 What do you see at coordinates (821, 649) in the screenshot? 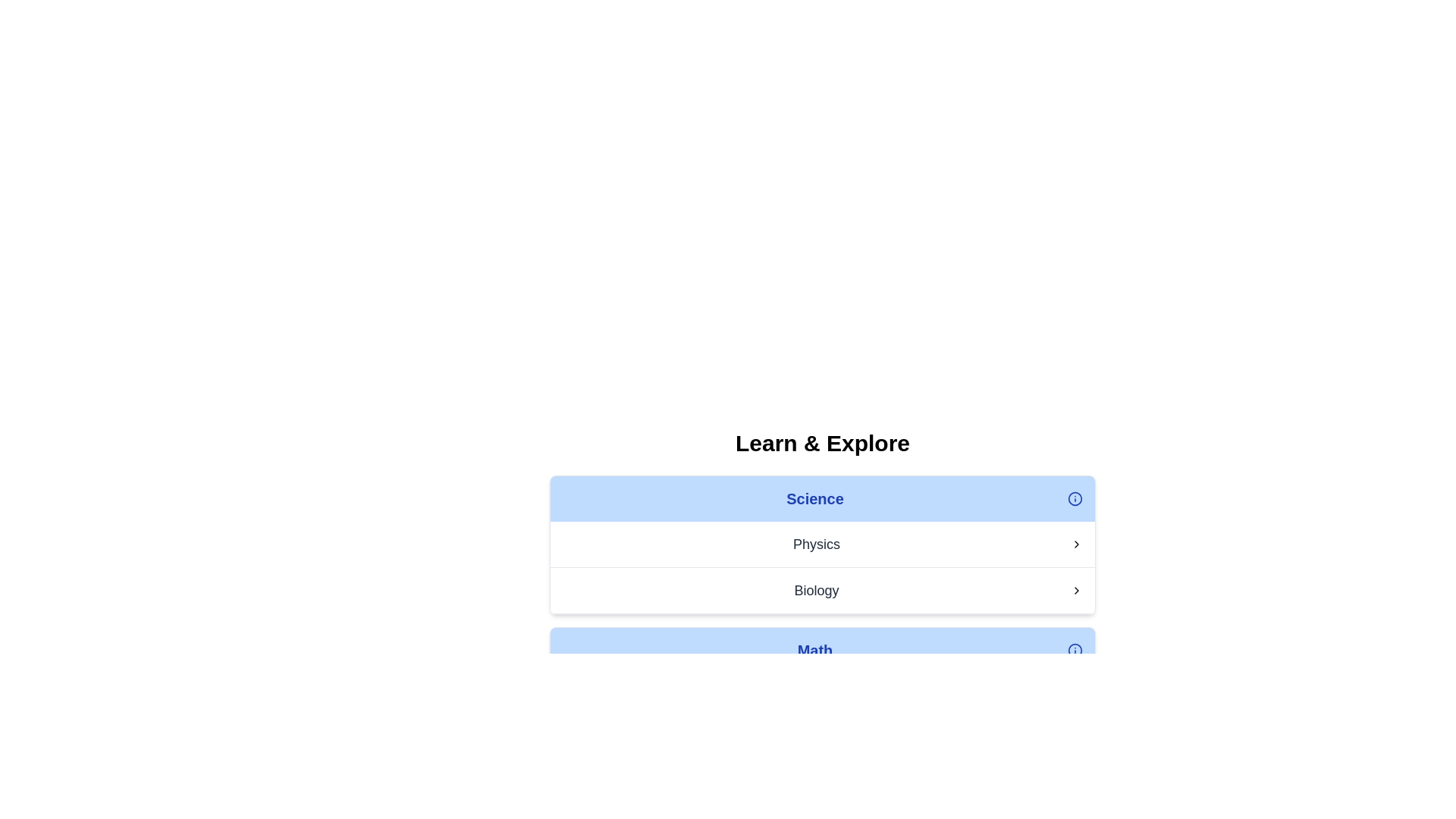
I see `the 'Math' button which has a blue background and white text` at bounding box center [821, 649].